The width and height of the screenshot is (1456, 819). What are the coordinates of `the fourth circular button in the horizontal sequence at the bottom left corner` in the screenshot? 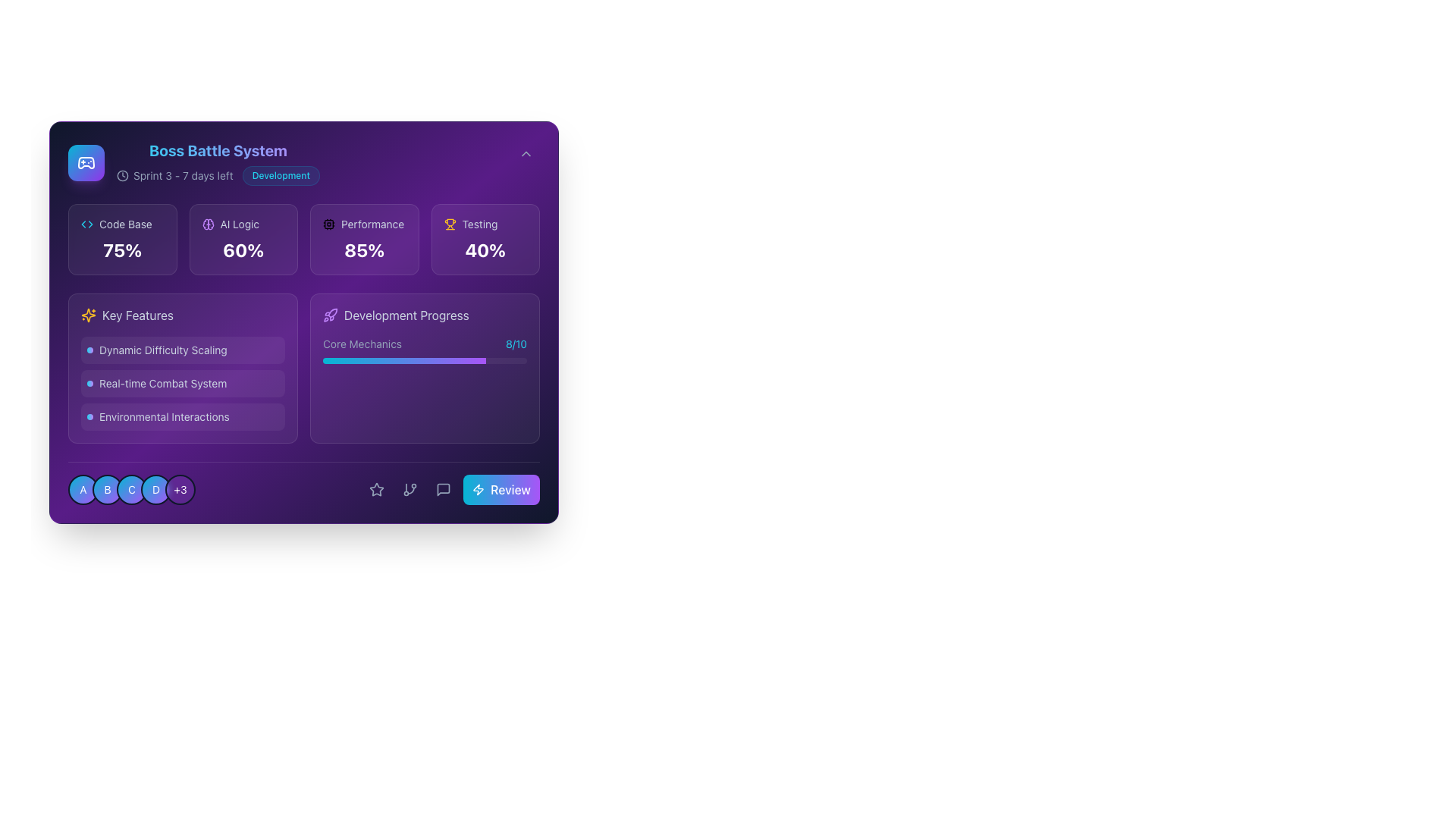 It's located at (156, 489).